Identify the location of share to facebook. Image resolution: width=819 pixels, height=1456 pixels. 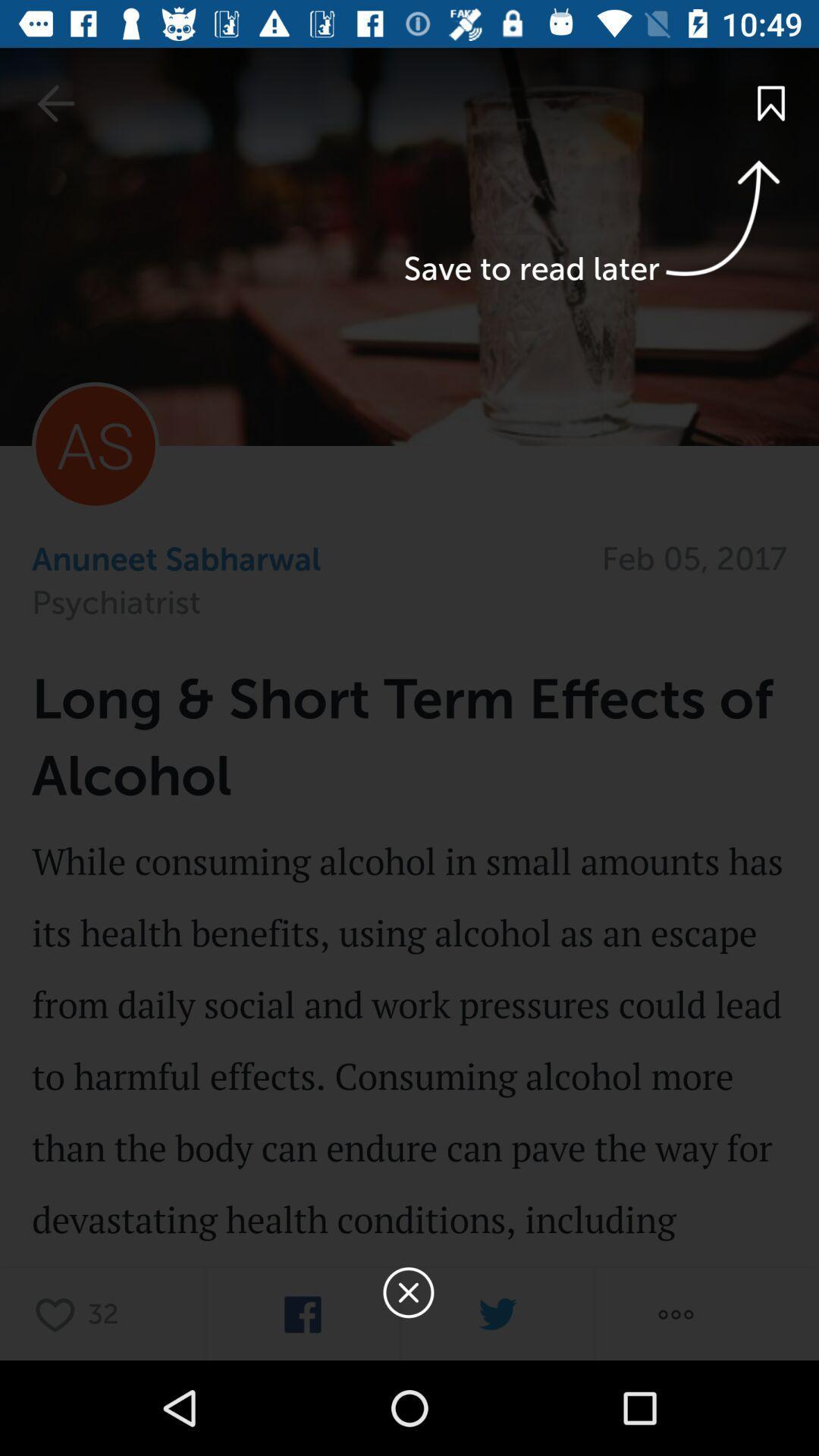
(303, 1313).